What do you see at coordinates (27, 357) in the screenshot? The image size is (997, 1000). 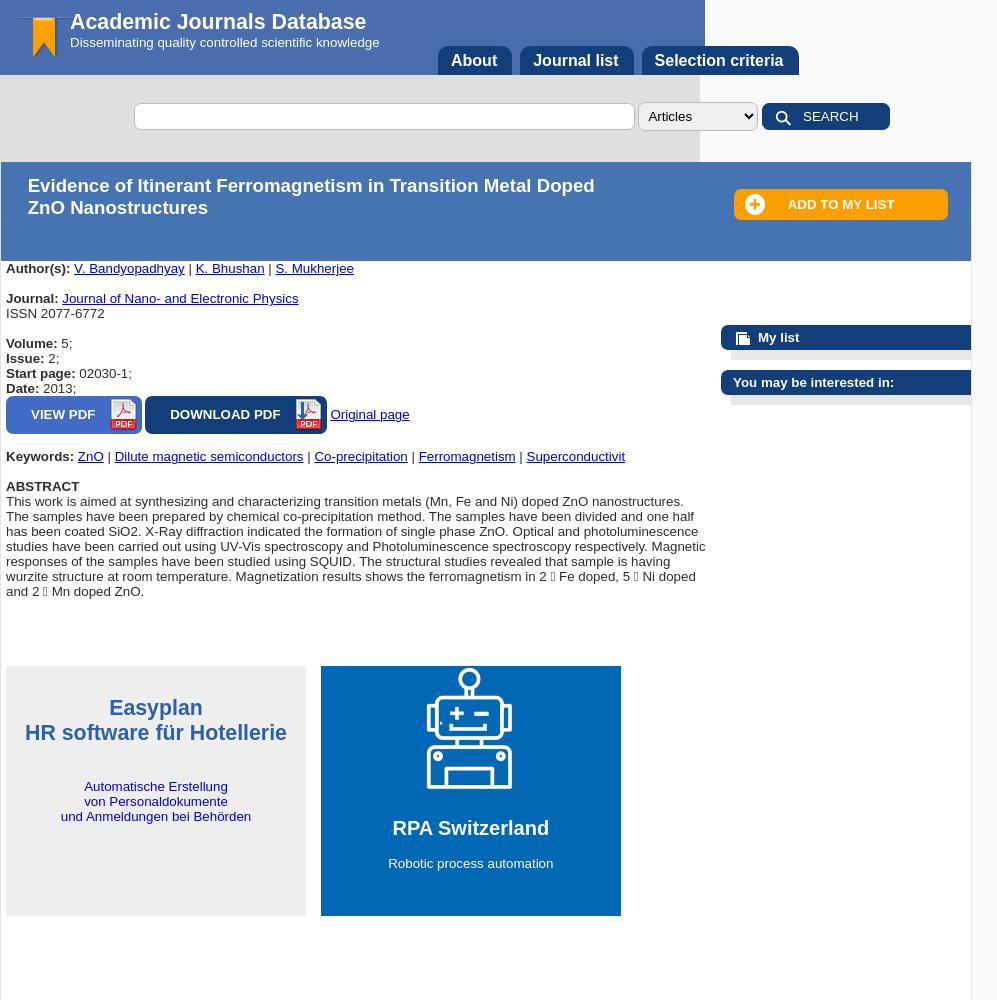 I see `'Issue:'` at bounding box center [27, 357].